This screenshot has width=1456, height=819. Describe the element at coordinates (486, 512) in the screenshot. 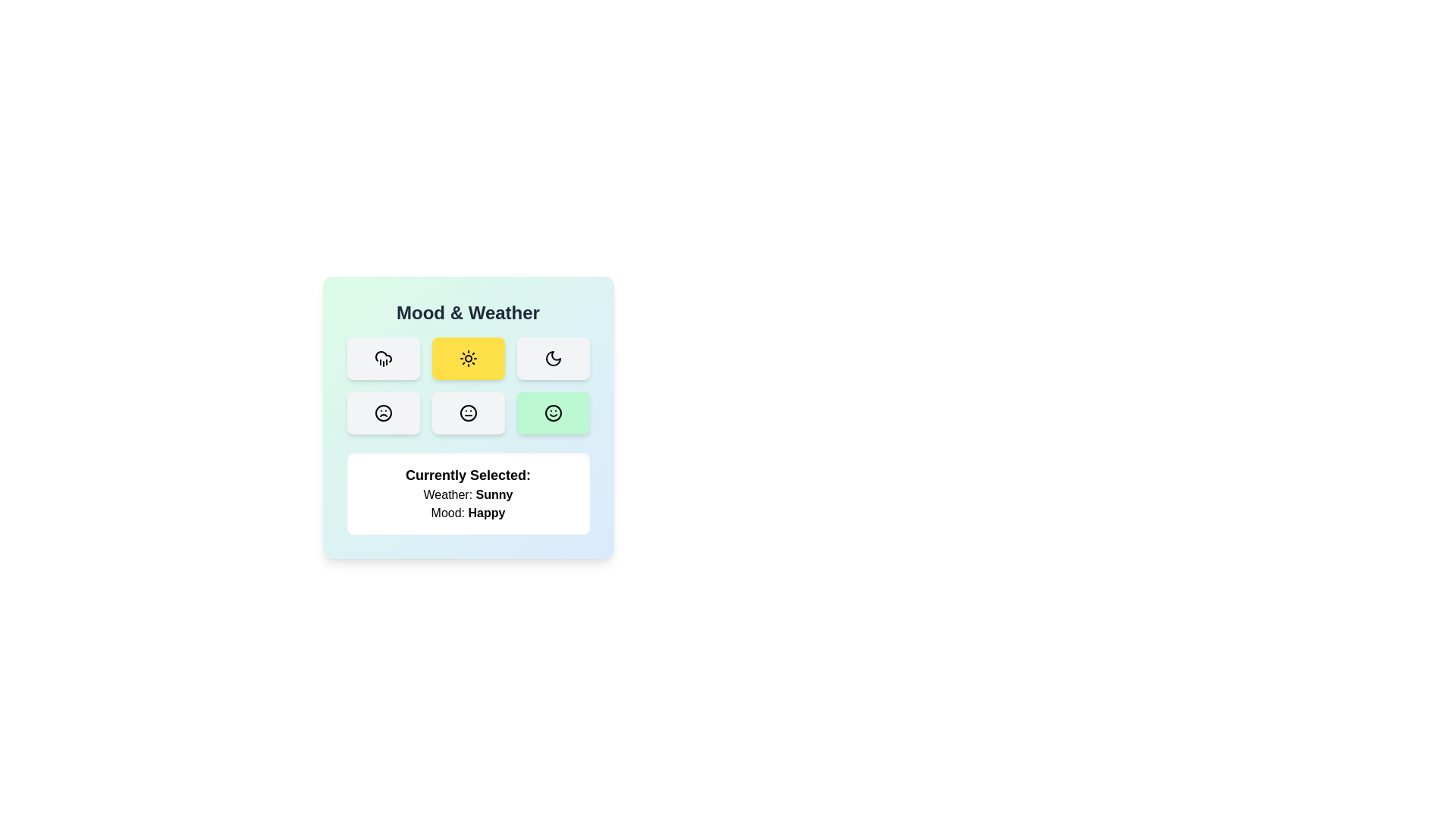

I see `the 'happy' text display located in the 'Currently Selected' section under the 'Mood' descriptor by moving the cursor to its center` at that location.